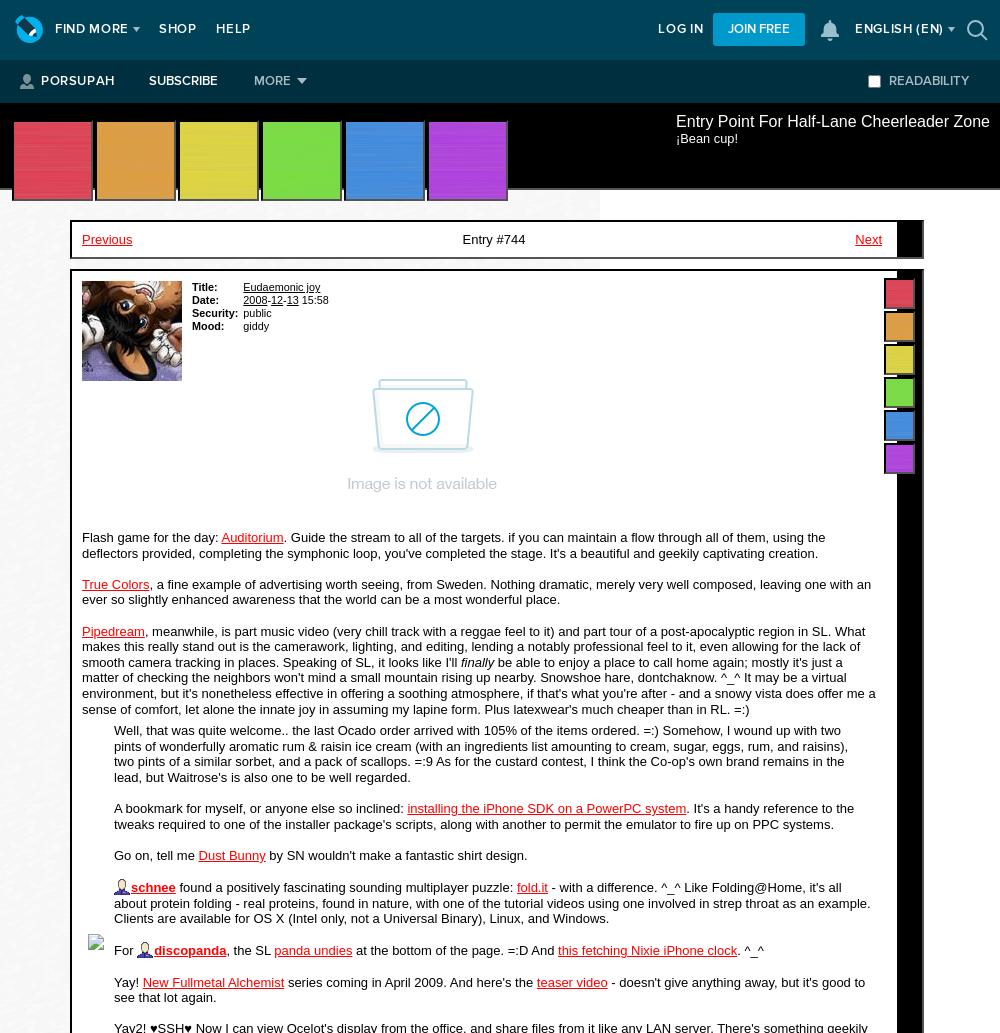  Describe the element at coordinates (472, 645) in the screenshot. I see `', meanwhile, is part music video (very chill track with a reggae feel to it) and part tour of a post-apocalyptic region in SL. What makes this really stand out is the camerawork, lighting, and editing, lending a notably professional feel to it, even allowing for the lack of smooth camera tracking in places. Speaking of SL, it looks like I'll'` at that location.